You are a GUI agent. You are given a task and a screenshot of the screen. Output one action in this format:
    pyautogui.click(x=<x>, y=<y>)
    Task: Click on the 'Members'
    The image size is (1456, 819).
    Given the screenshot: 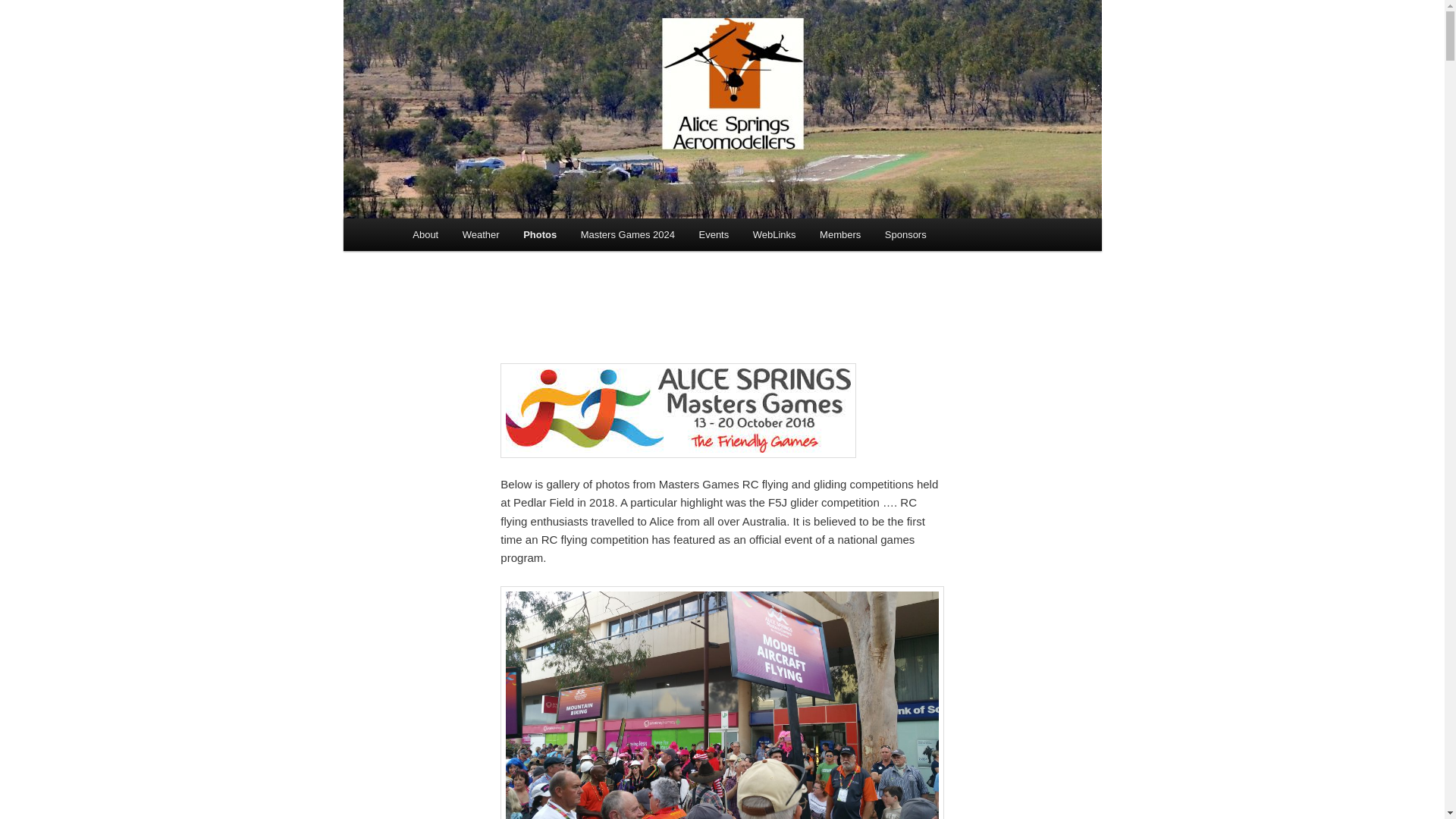 What is the action you would take?
    pyautogui.click(x=839, y=234)
    